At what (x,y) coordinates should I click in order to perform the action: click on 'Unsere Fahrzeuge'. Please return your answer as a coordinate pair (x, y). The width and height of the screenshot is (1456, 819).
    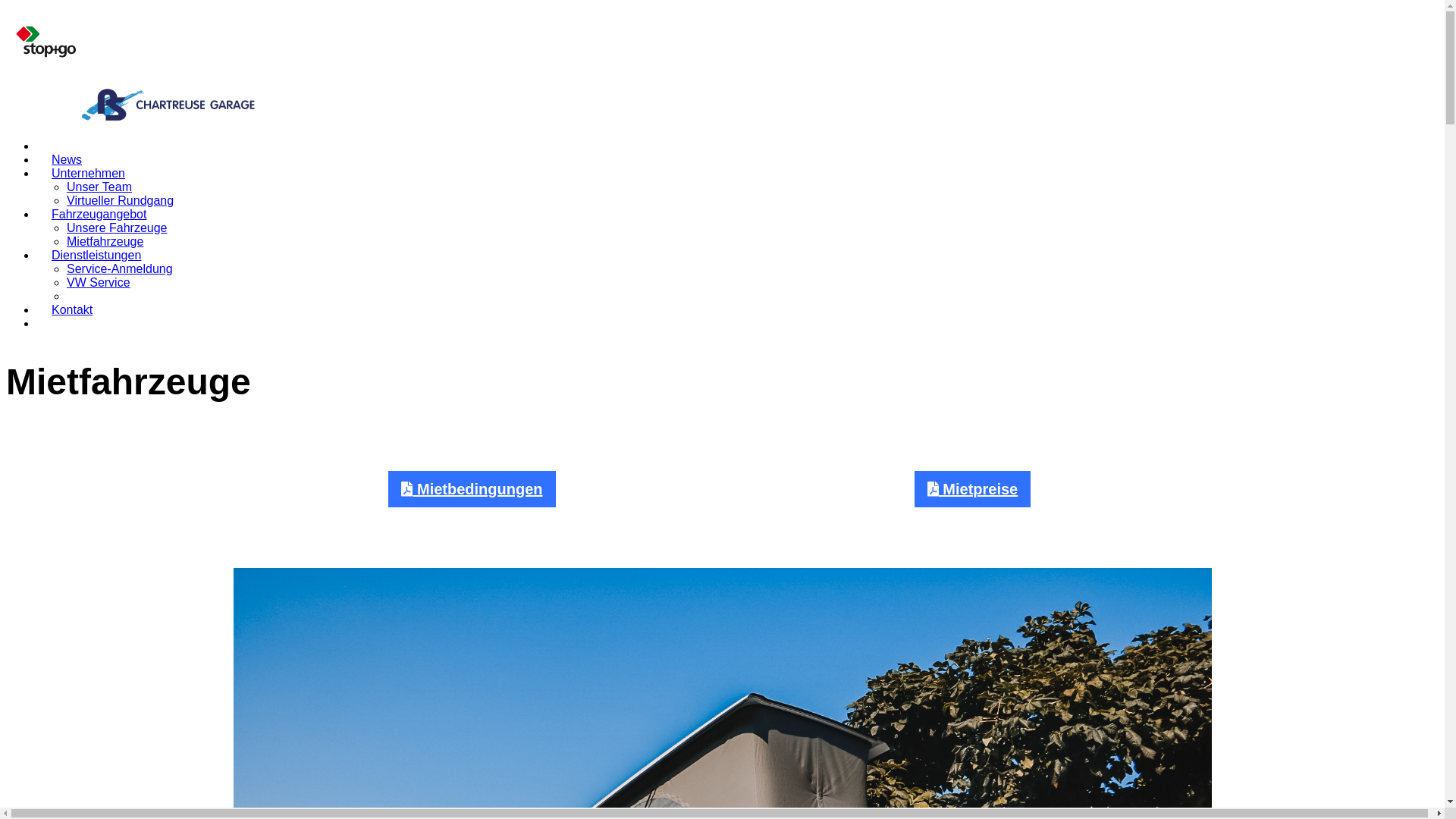
    Looking at the image, I should click on (116, 227).